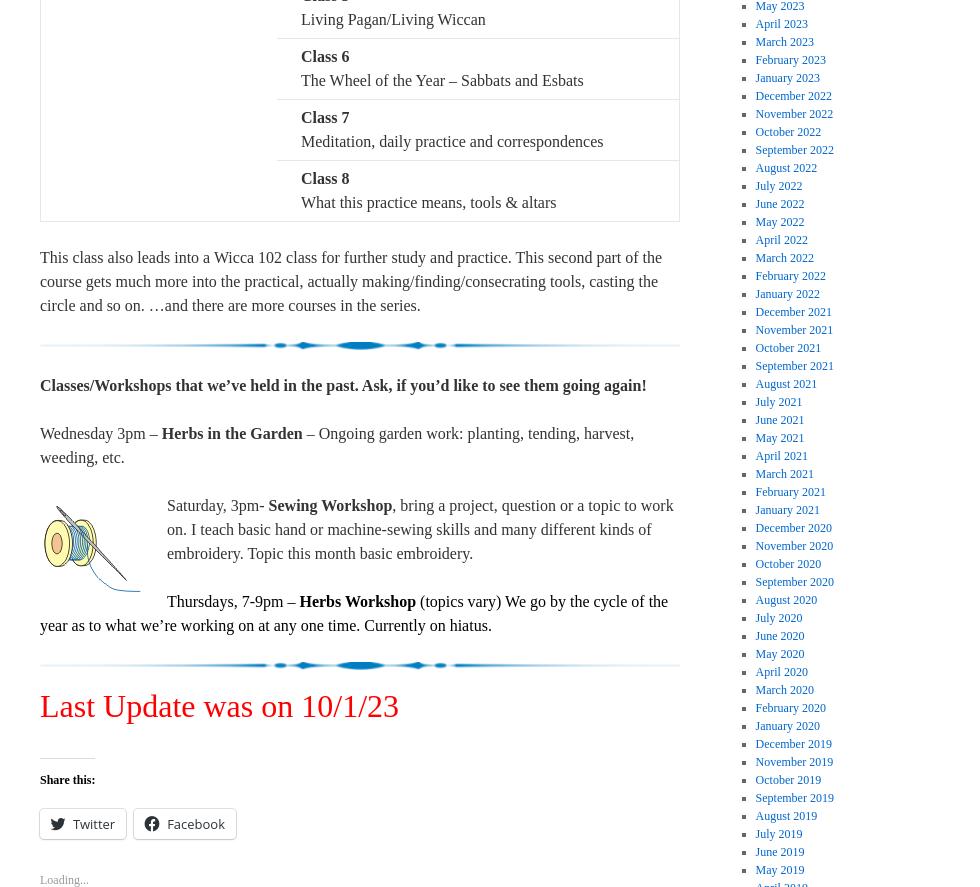 The image size is (980, 887). What do you see at coordinates (219, 704) in the screenshot?
I see `'Last Update was on 10/1/23'` at bounding box center [219, 704].